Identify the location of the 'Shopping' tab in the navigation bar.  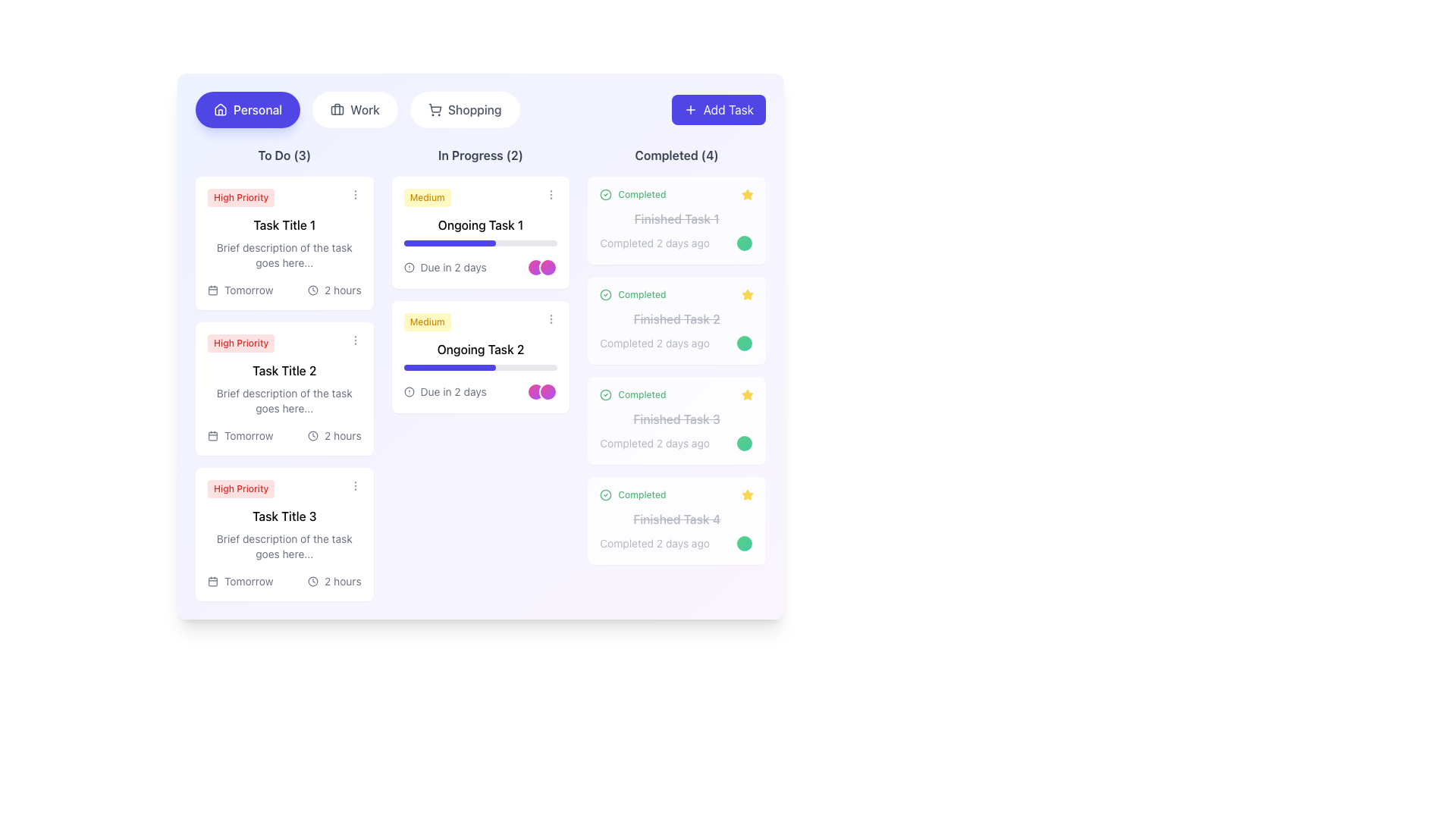
(479, 109).